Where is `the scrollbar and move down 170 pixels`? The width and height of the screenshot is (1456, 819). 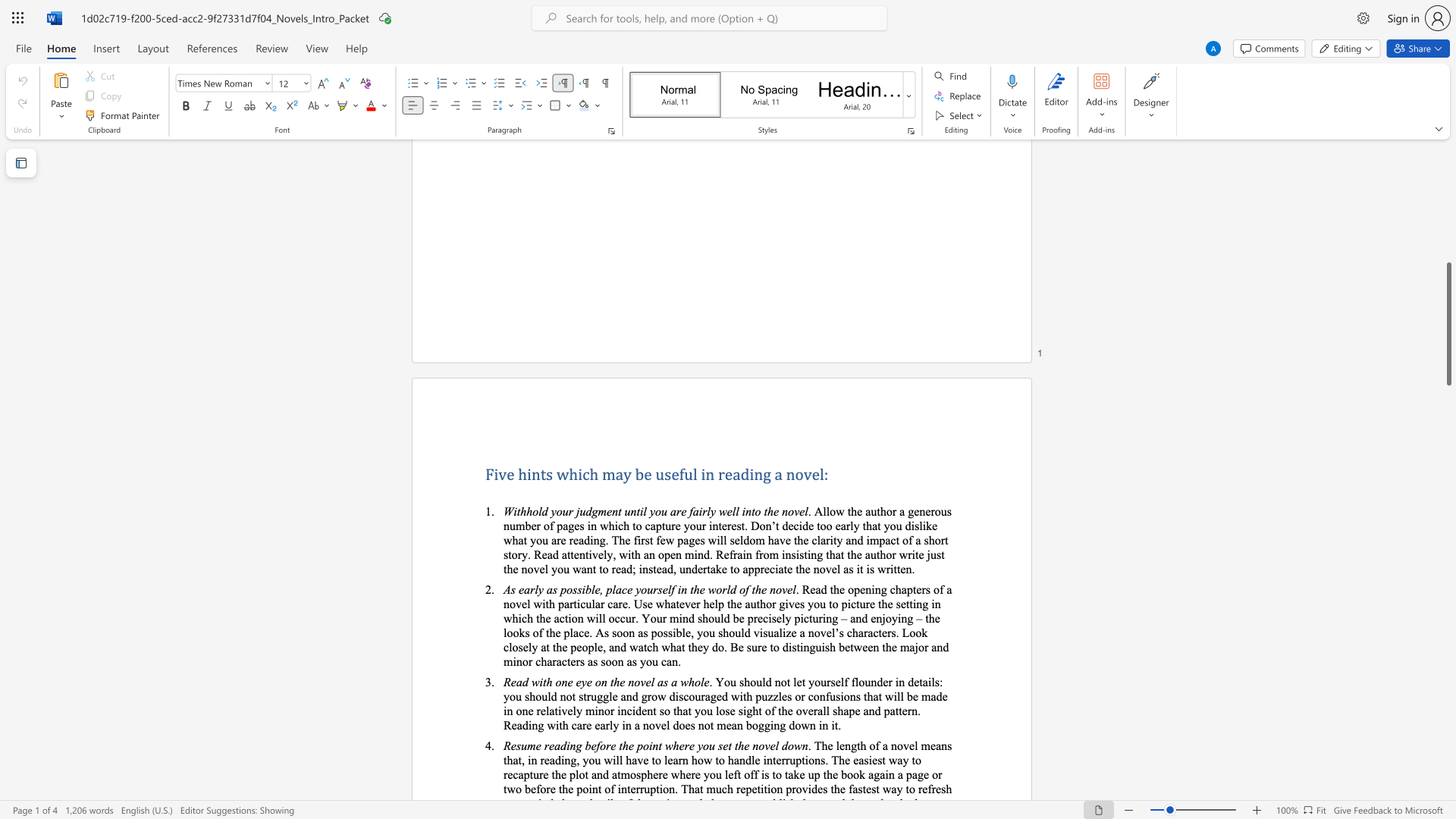
the scrollbar and move down 170 pixels is located at coordinates (1448, 323).